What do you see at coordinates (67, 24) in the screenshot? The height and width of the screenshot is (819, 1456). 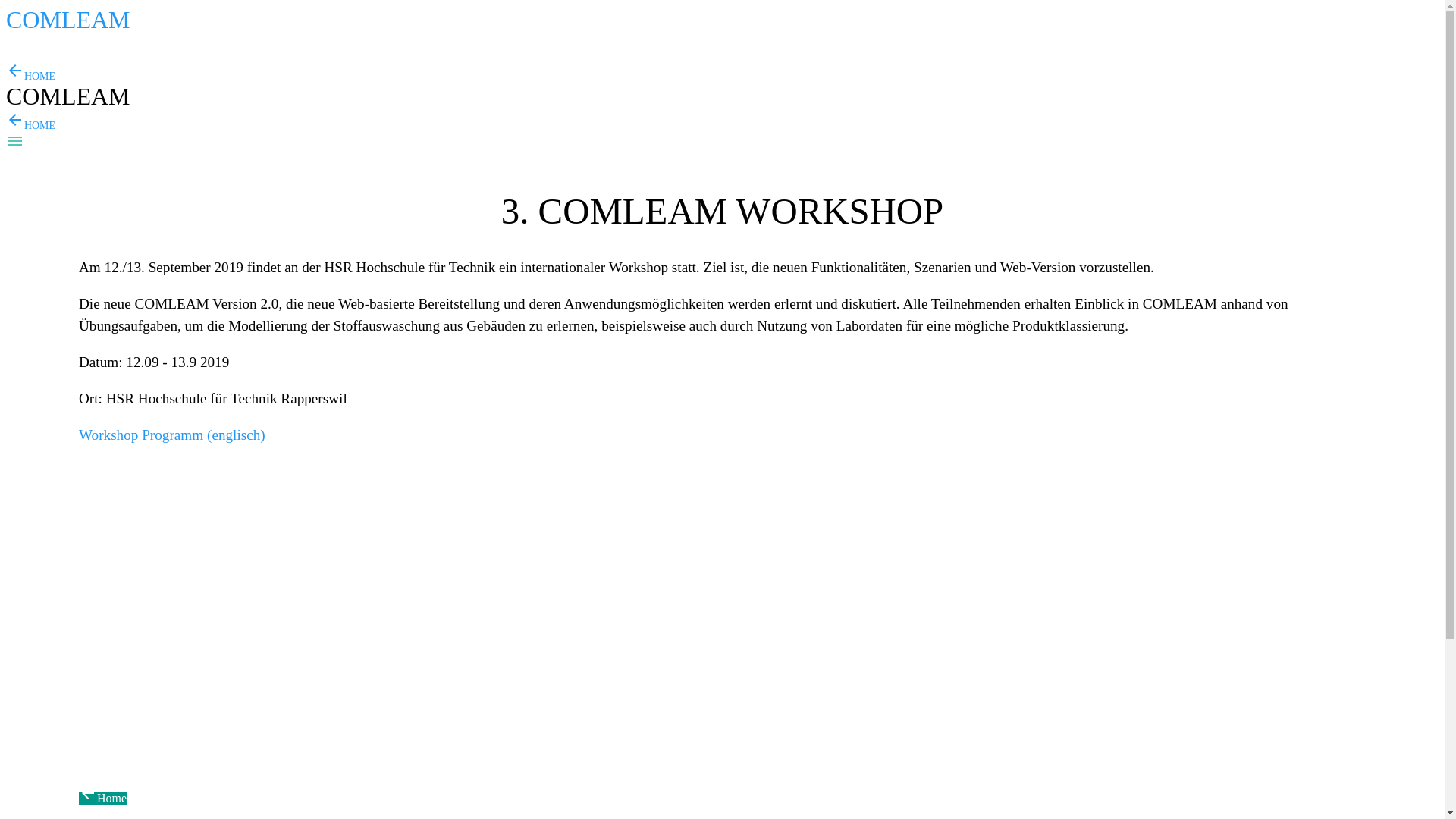 I see `'COMLEAM'` at bounding box center [67, 24].